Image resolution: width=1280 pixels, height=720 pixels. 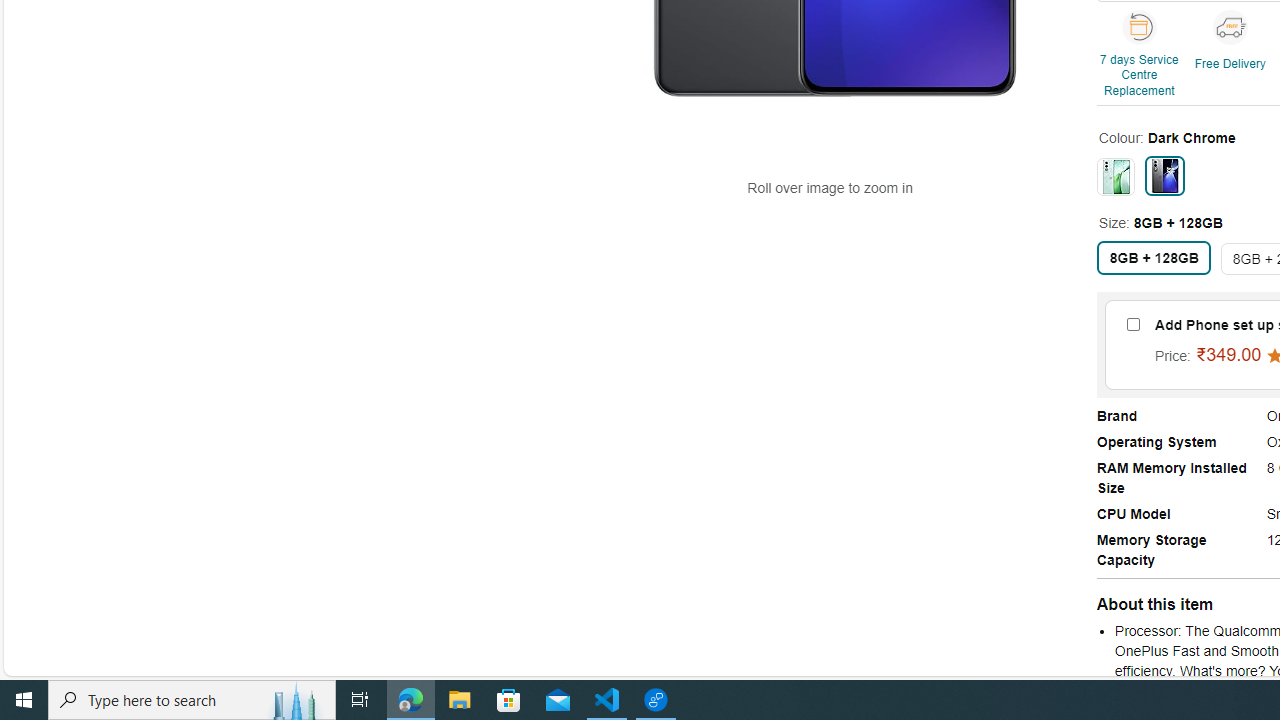 What do you see at coordinates (1153, 256) in the screenshot?
I see `'8GB + 128GB'` at bounding box center [1153, 256].